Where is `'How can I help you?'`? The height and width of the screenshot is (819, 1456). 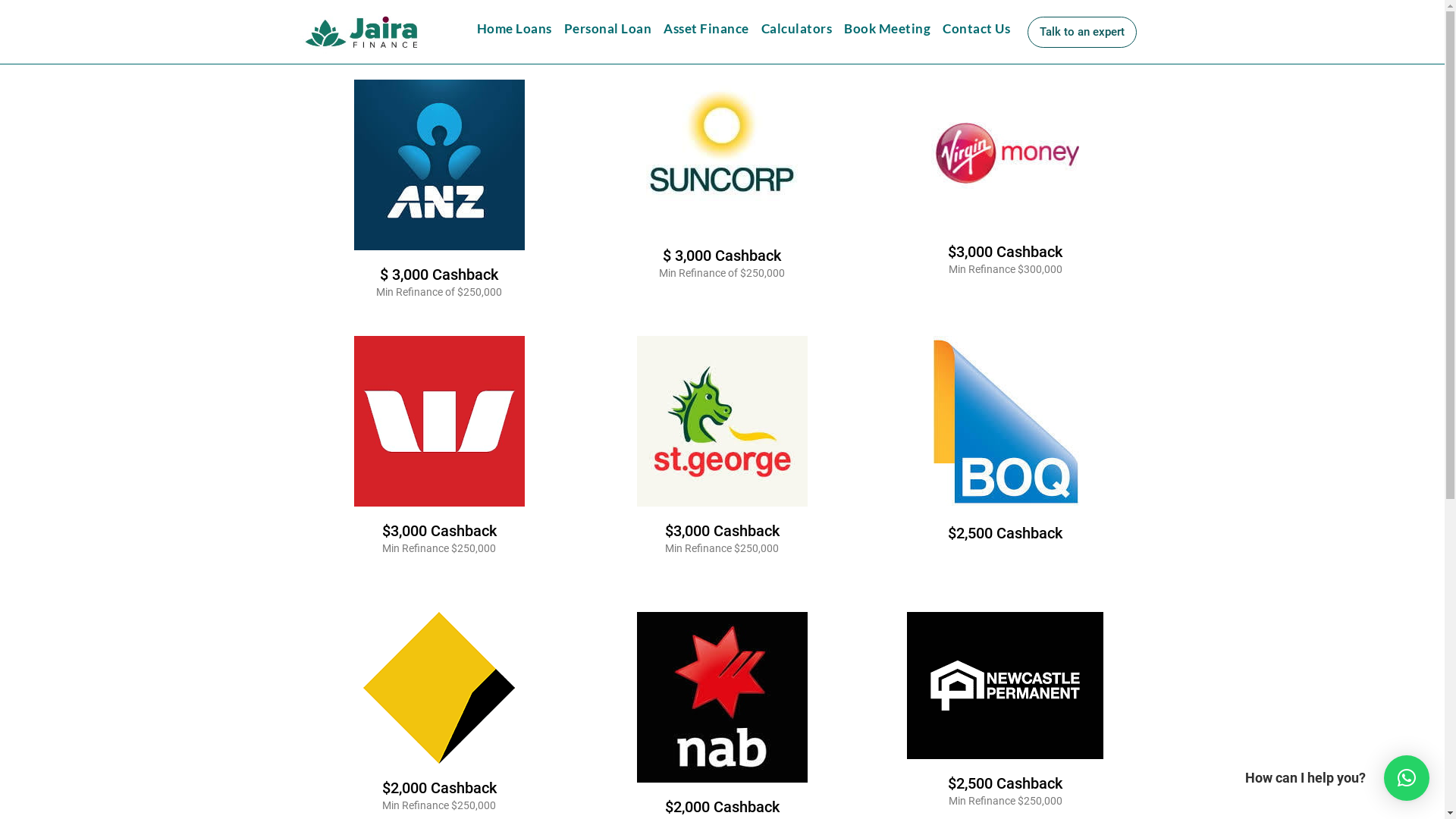 'How can I help you?' is located at coordinates (1405, 778).